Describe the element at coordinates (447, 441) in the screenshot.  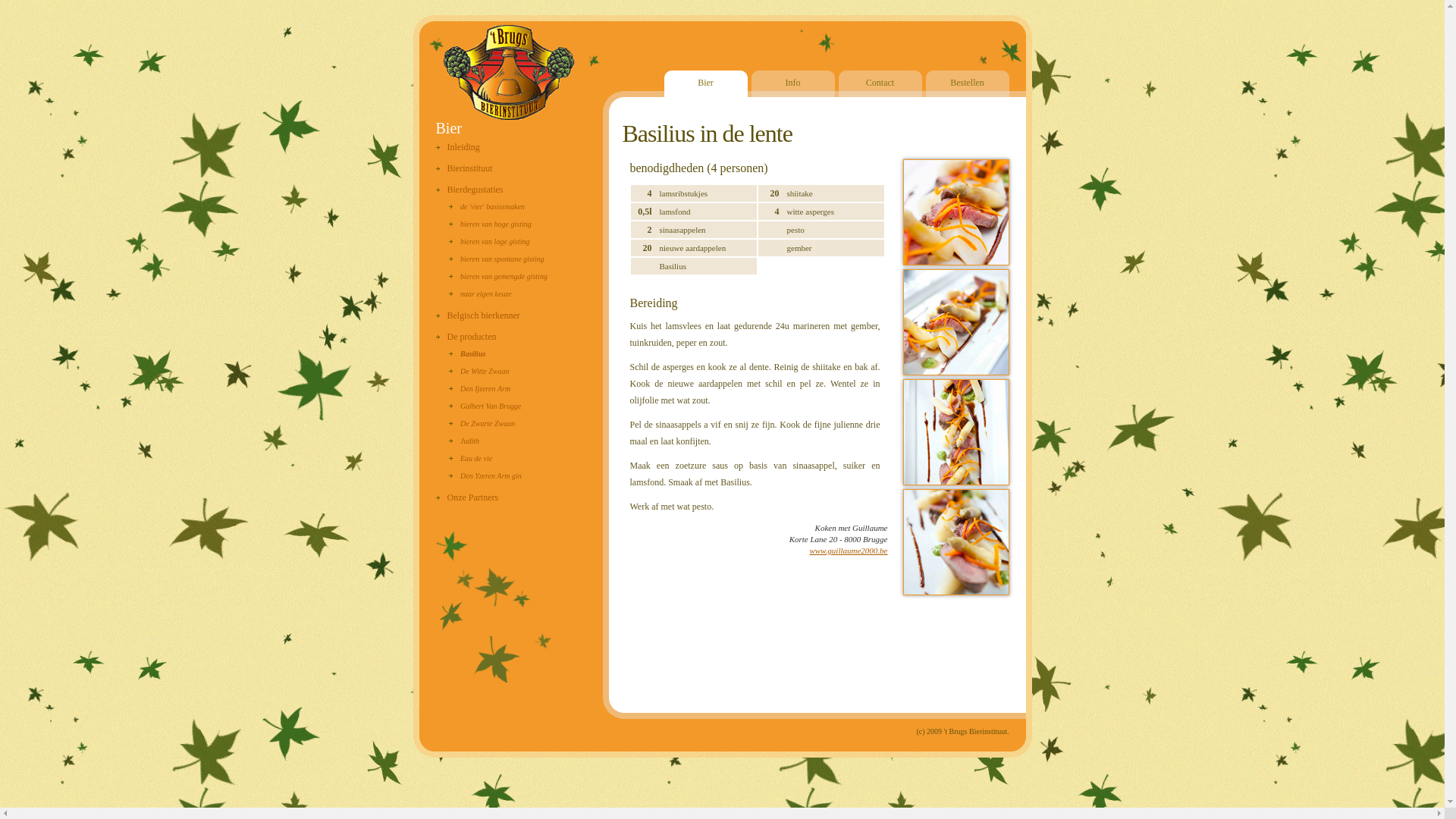
I see `'Judith'` at that location.